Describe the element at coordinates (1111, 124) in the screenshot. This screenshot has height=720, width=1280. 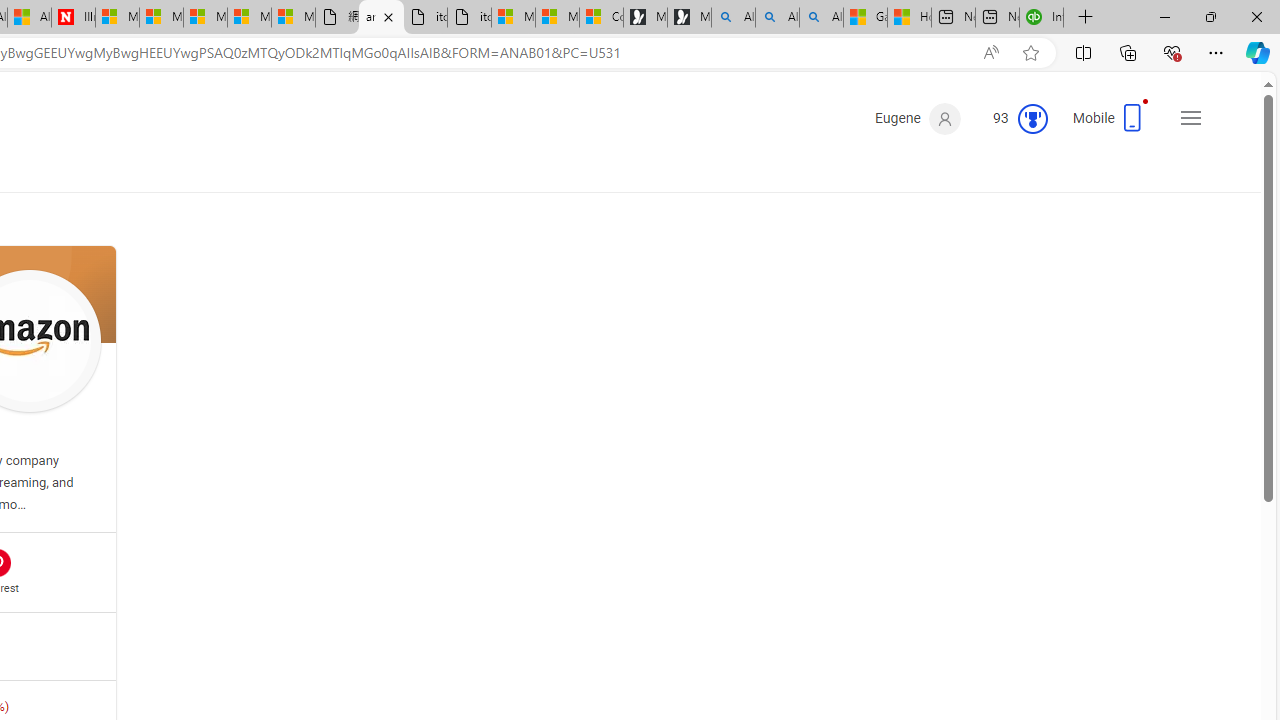
I see `'Mobile'` at that location.